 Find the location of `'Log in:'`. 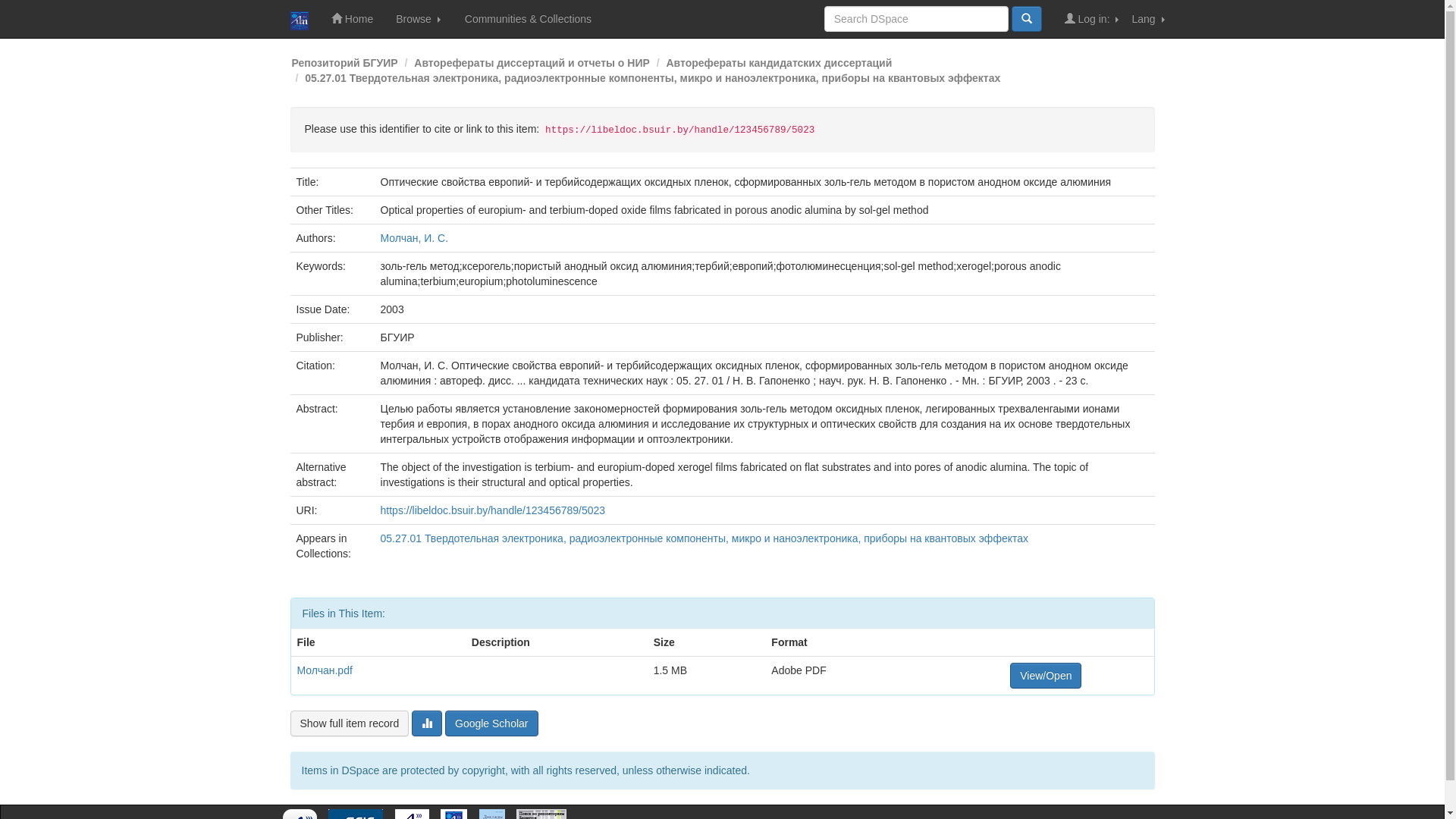

'Log in:' is located at coordinates (1092, 18).